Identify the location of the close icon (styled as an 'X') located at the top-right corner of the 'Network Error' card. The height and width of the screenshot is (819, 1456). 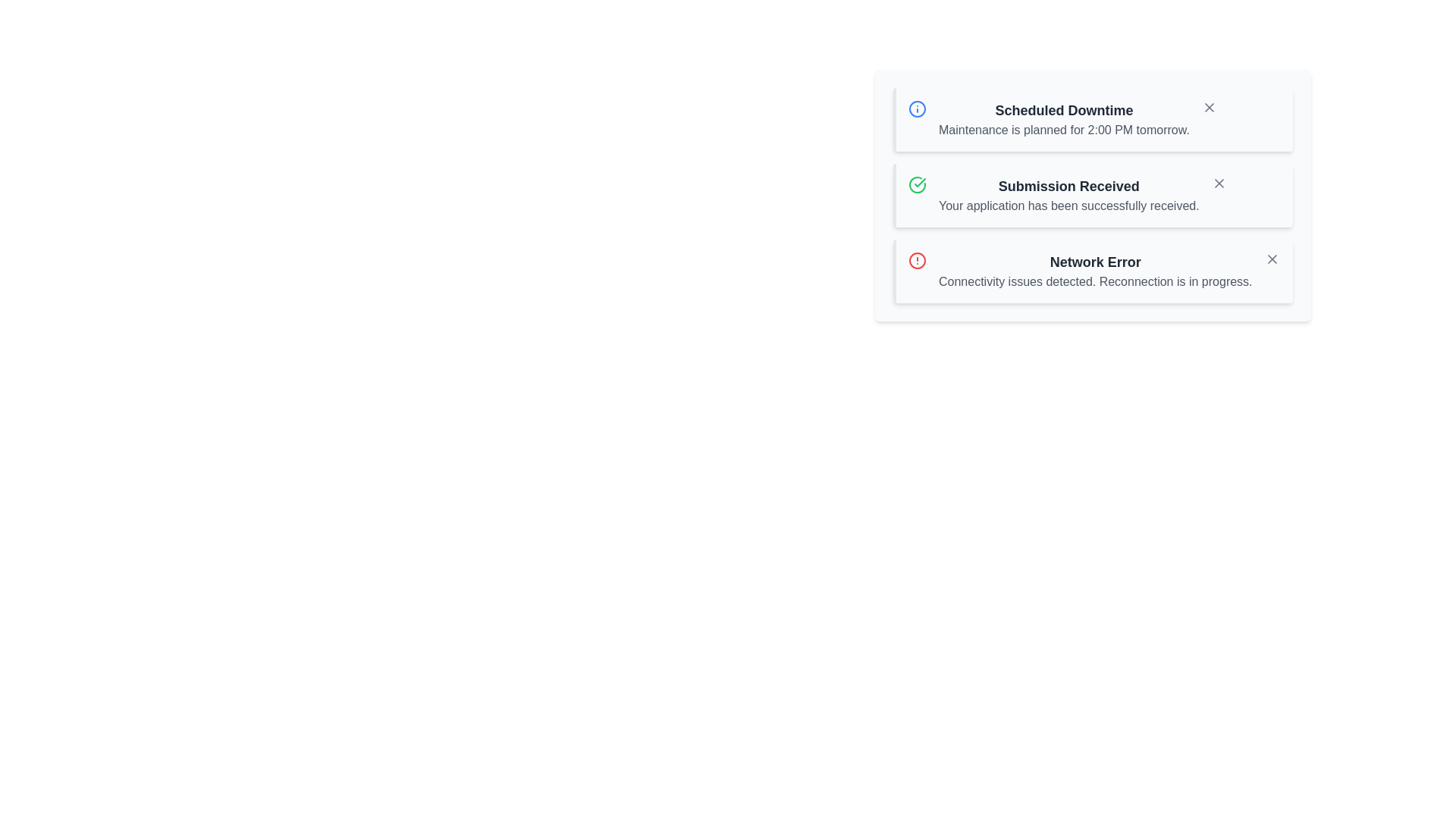
(1272, 259).